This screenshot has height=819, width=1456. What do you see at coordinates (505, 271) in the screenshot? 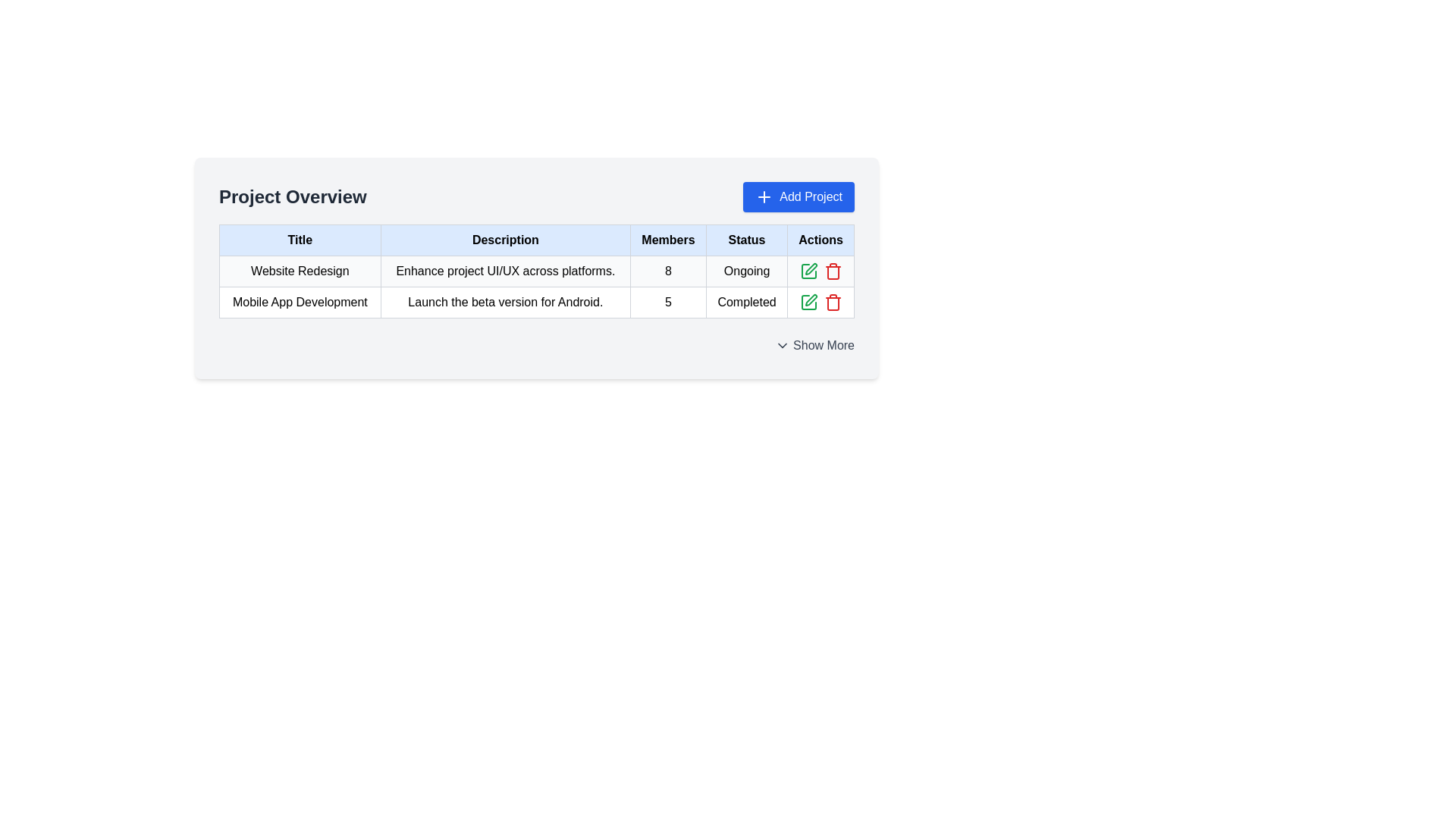
I see `information displayed in the text cell showing 'Enhance project UI/UX across platforms.' in the Description column of the grid layout` at bounding box center [505, 271].